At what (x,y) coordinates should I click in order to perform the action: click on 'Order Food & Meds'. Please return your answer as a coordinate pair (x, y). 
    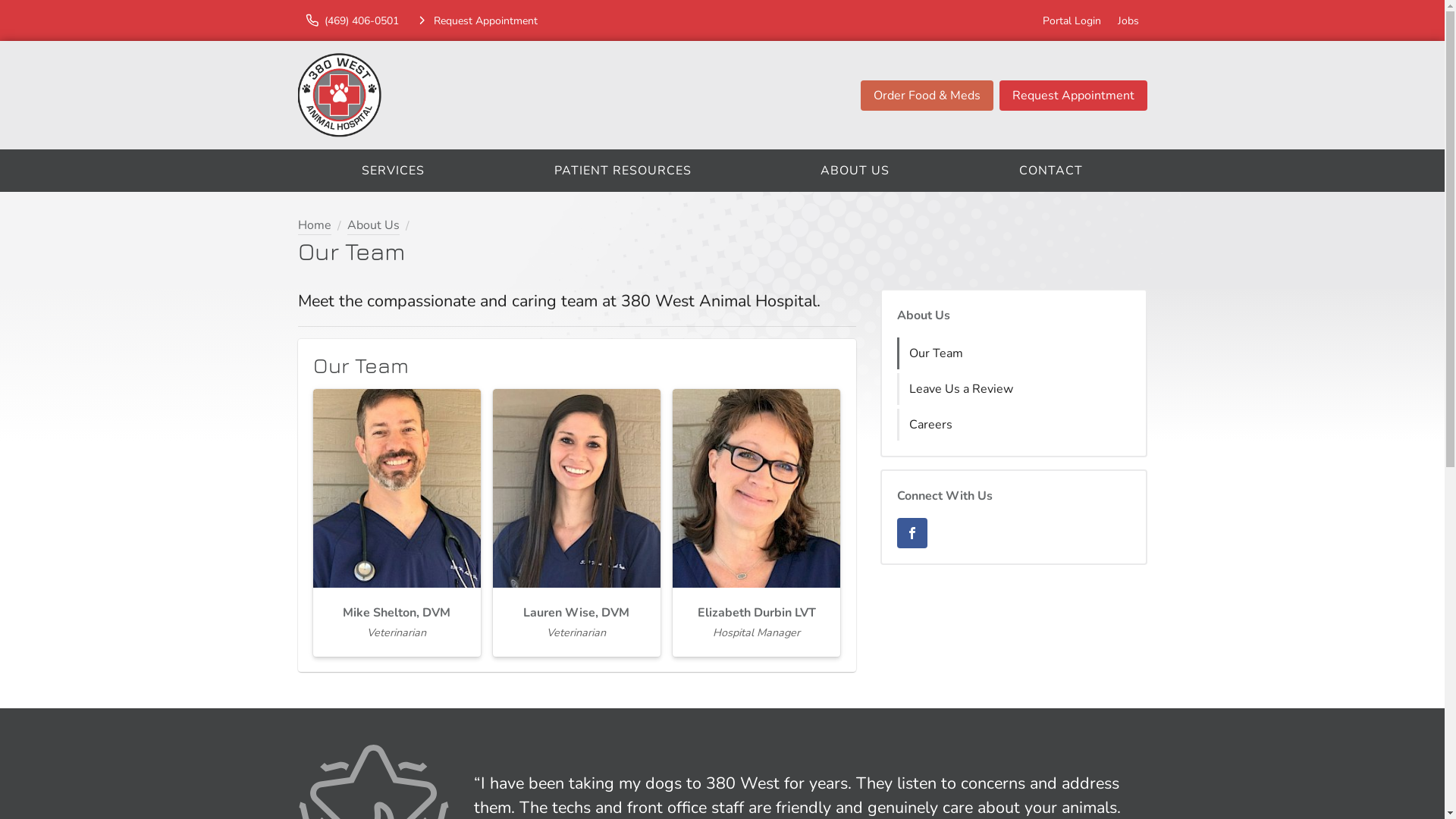
    Looking at the image, I should click on (859, 96).